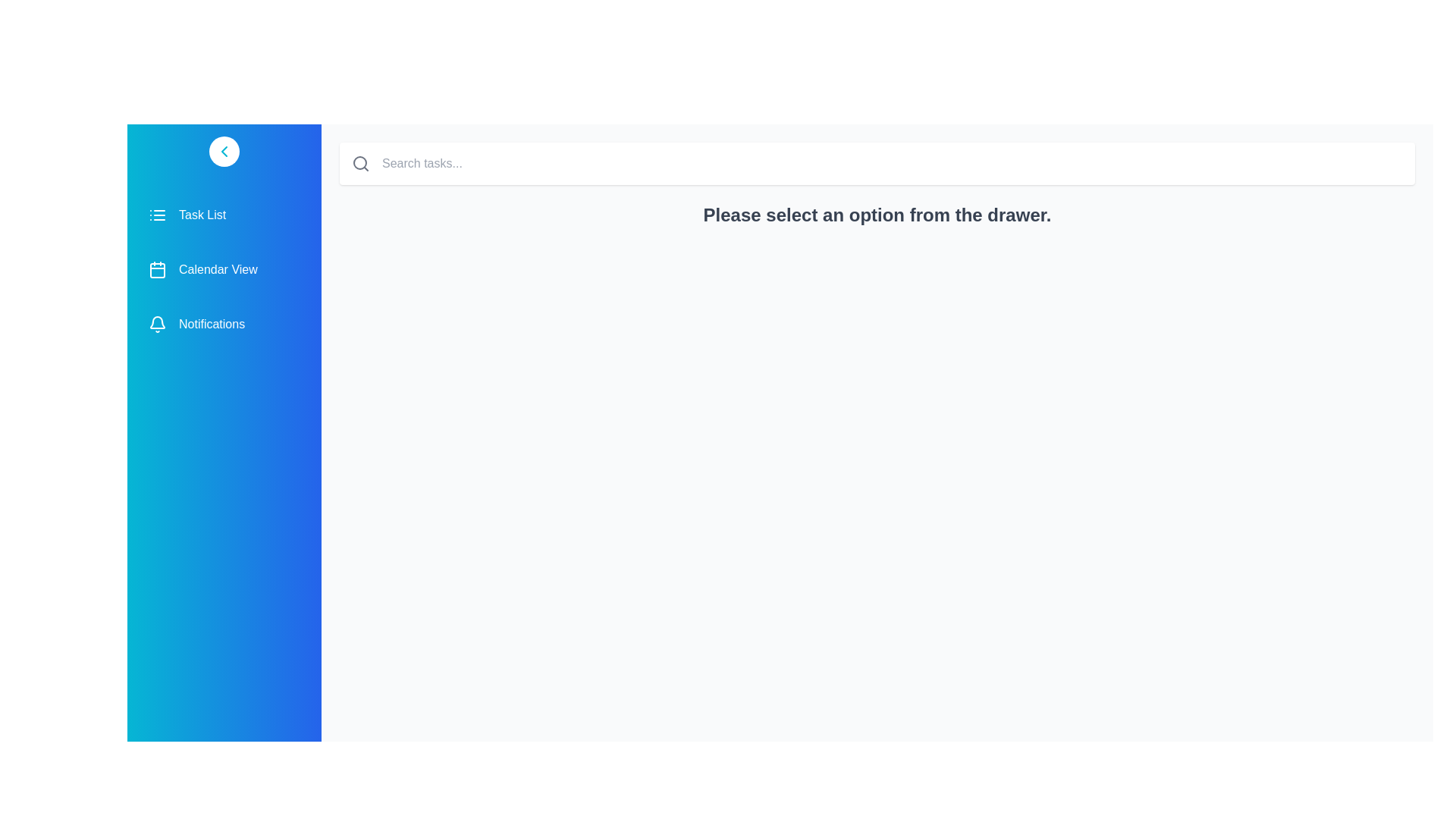 This screenshot has height=819, width=1456. I want to click on button to toggle the drawer's state, so click(224, 152).